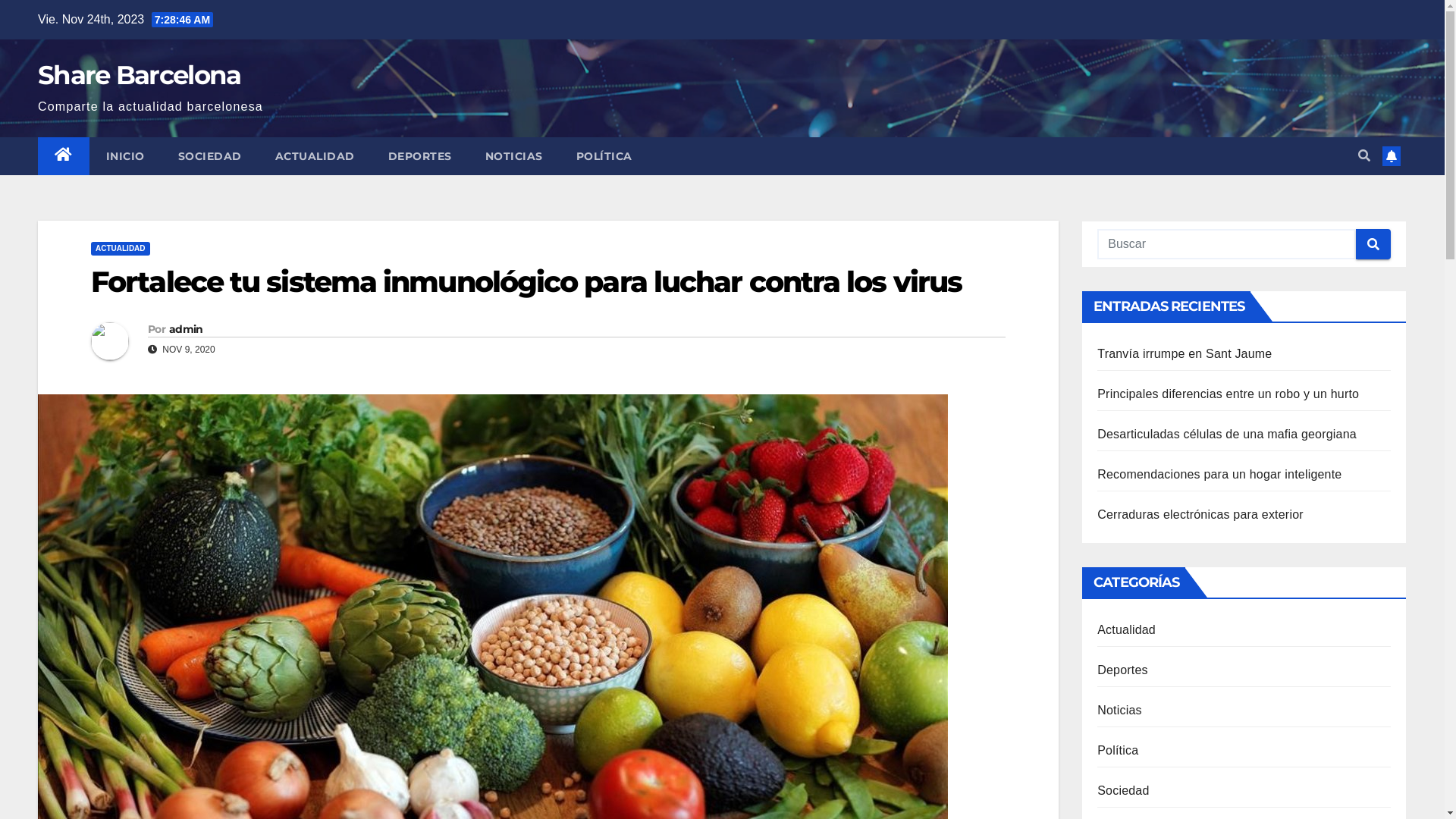  I want to click on 'Noticias', so click(1119, 710).